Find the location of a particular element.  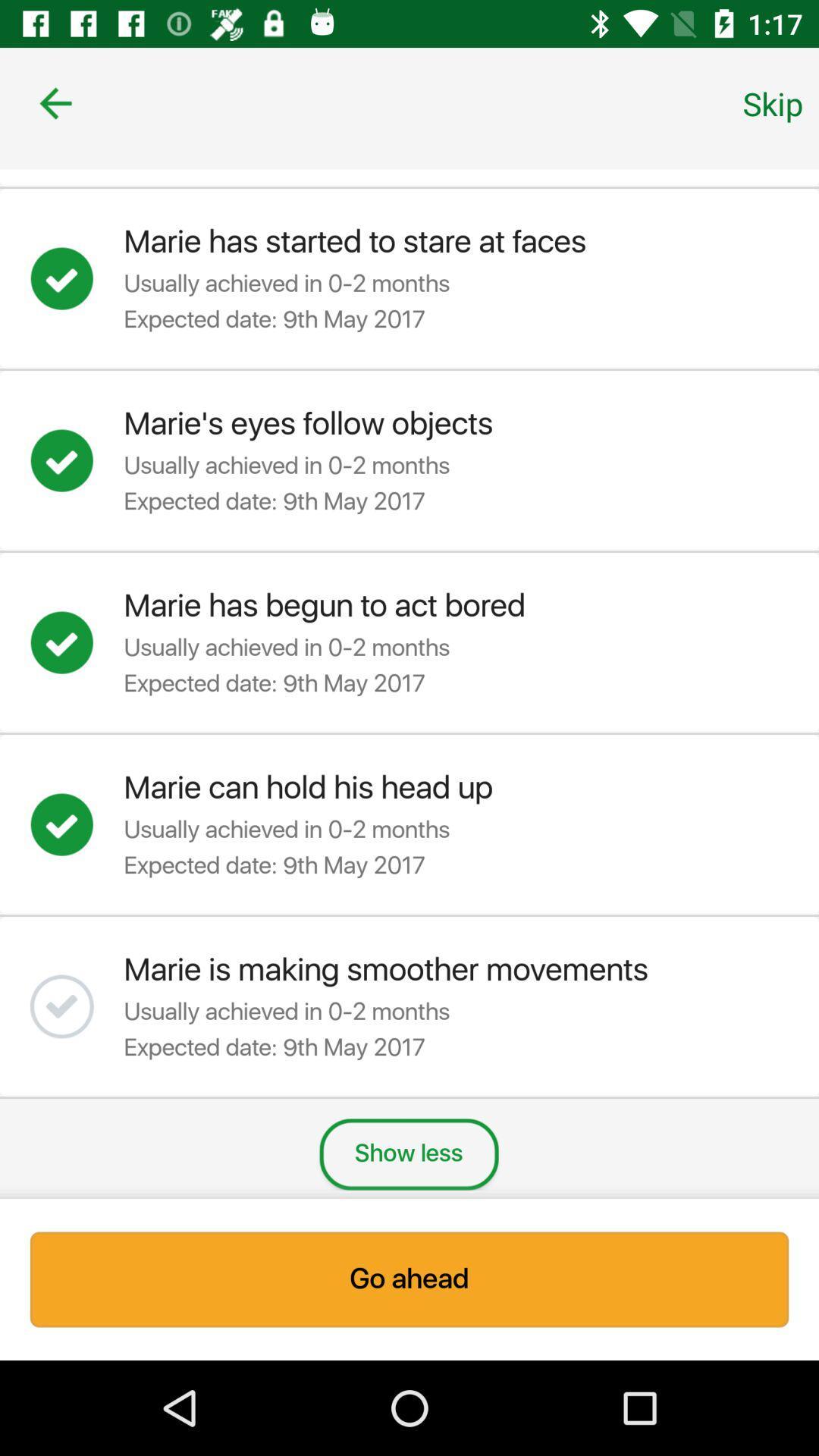

item above go ahead icon is located at coordinates (773, 102).